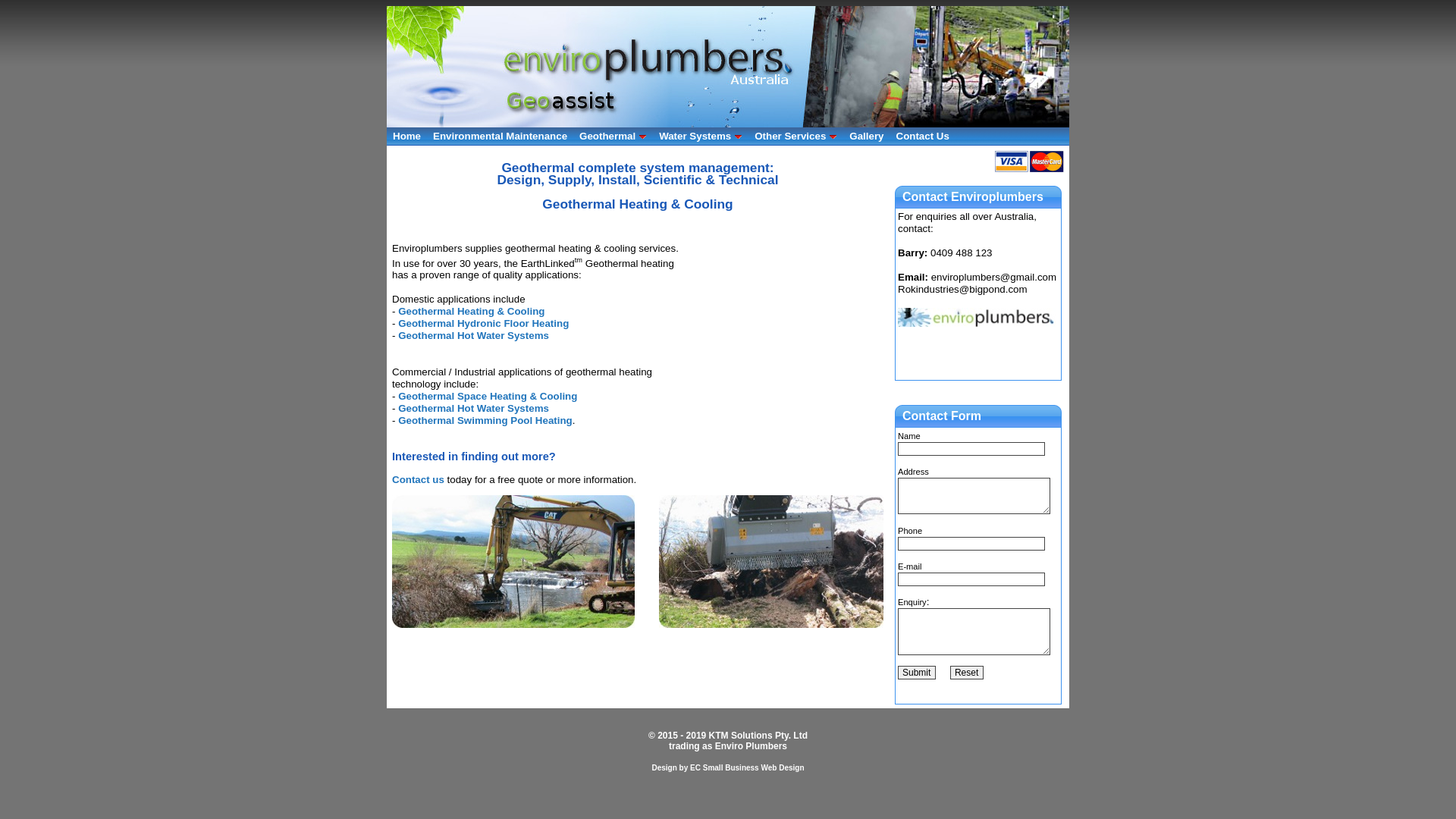 The image size is (1456, 819). I want to click on 'Contact Us', so click(890, 135).